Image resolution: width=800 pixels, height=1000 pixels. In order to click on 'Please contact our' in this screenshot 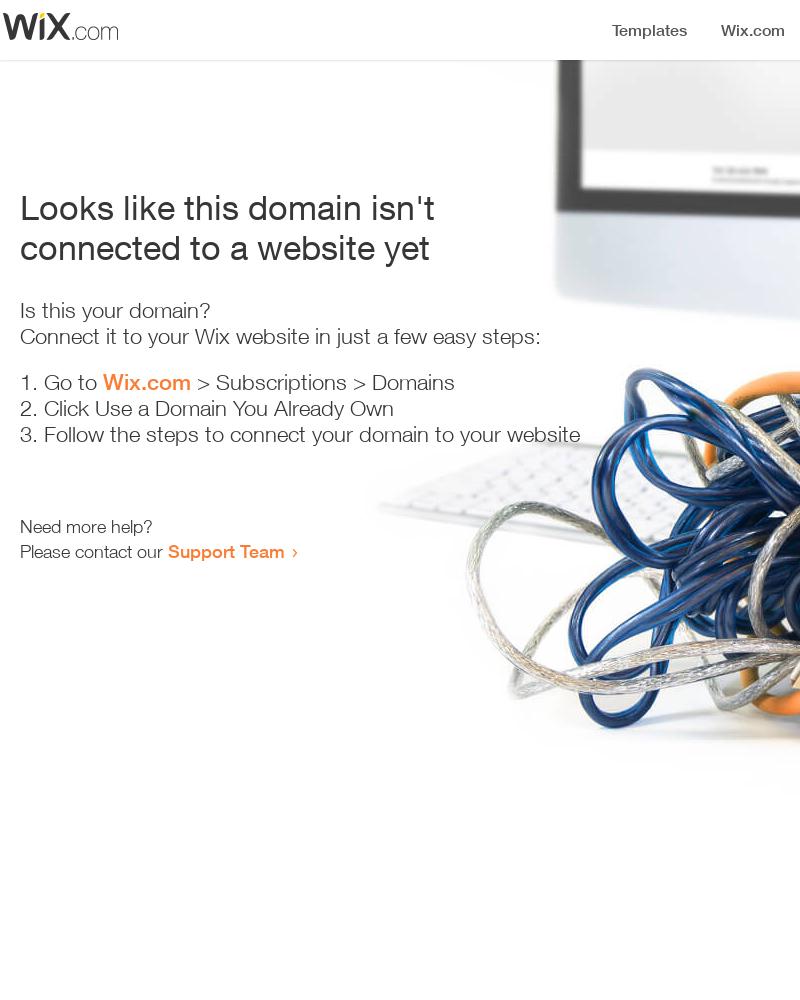, I will do `click(20, 551)`.